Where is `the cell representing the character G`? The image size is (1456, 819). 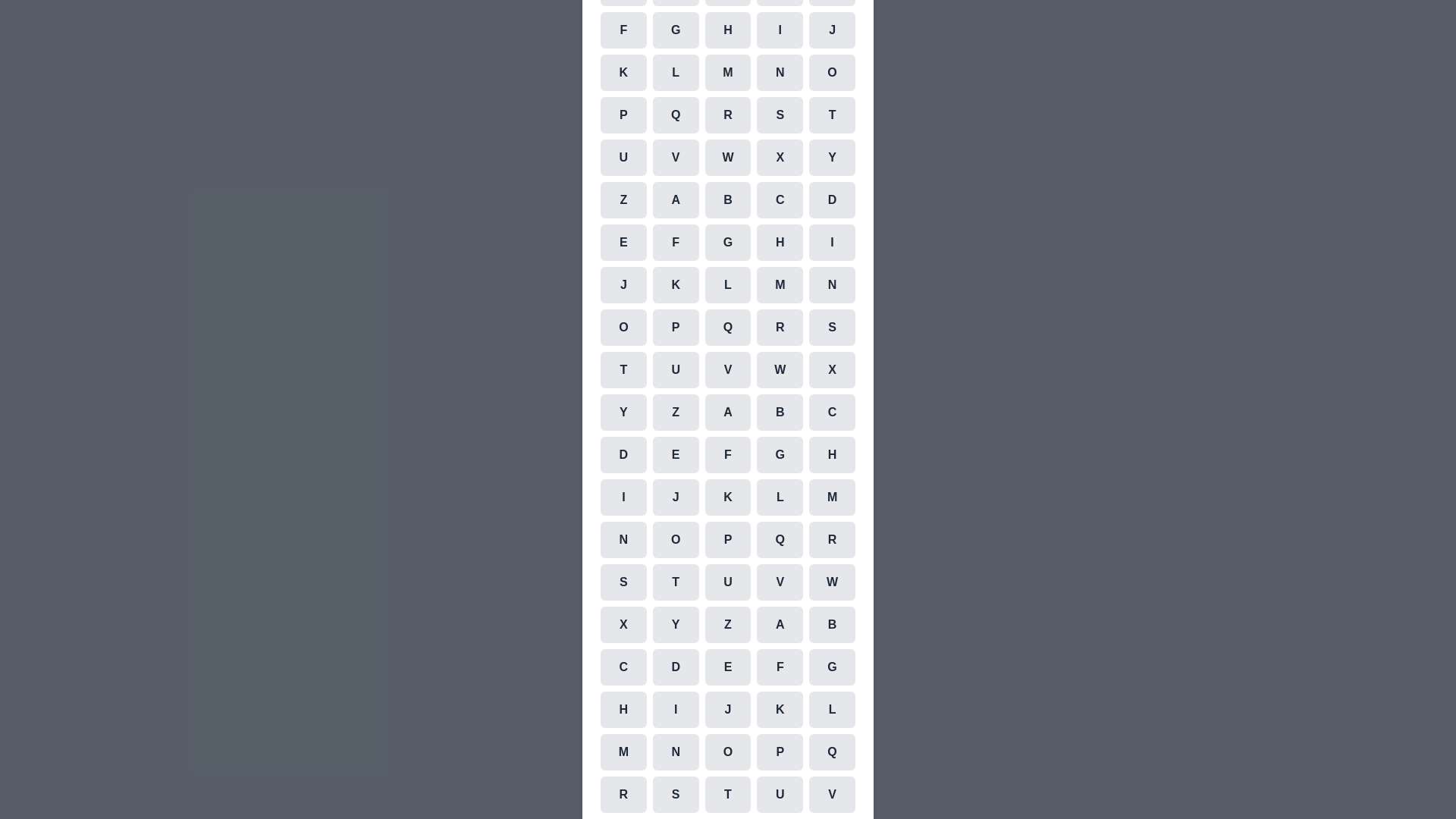
the cell representing the character G is located at coordinates (675, 30).